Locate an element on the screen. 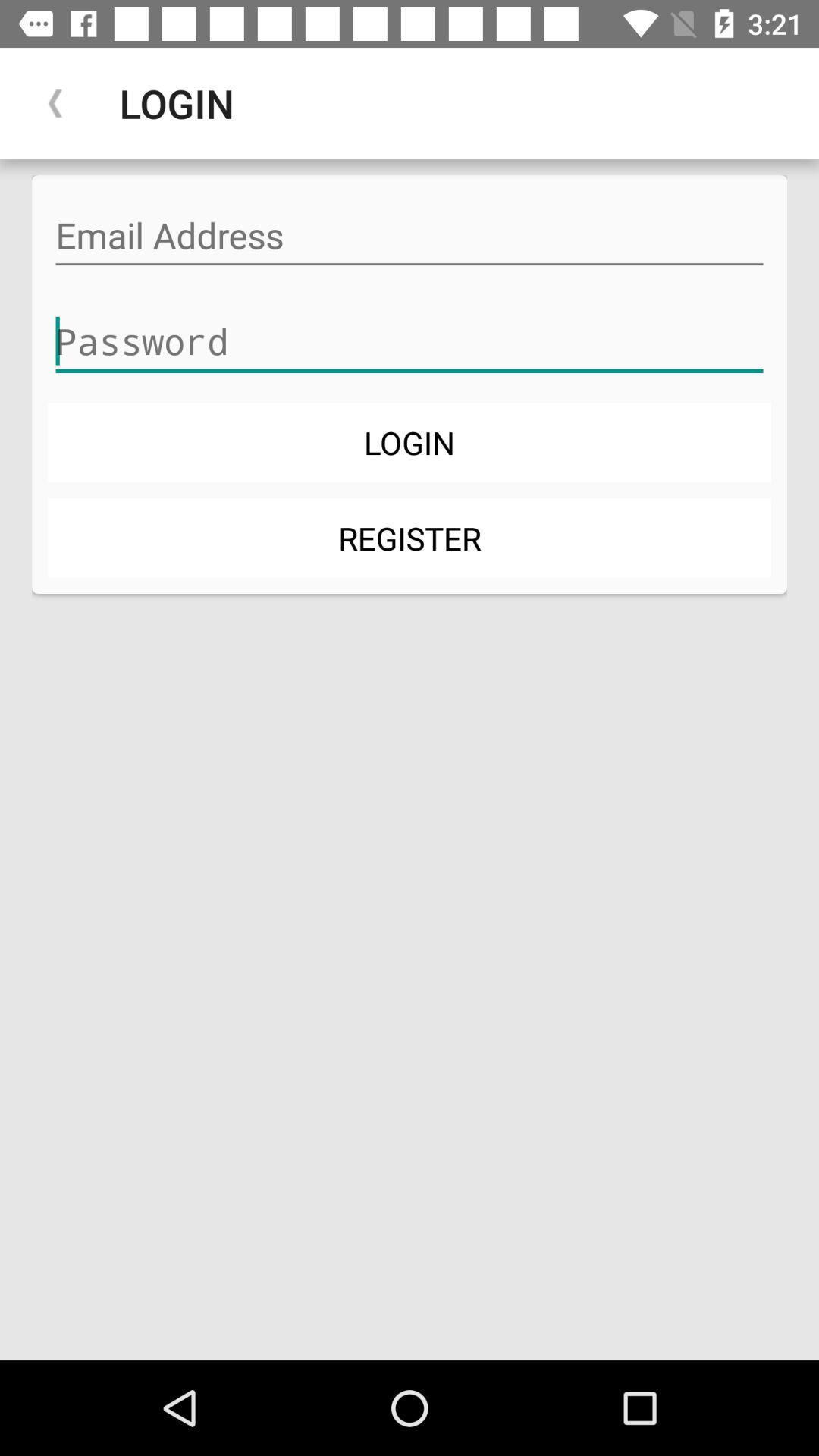 This screenshot has height=1456, width=819. item above the login item is located at coordinates (409, 340).